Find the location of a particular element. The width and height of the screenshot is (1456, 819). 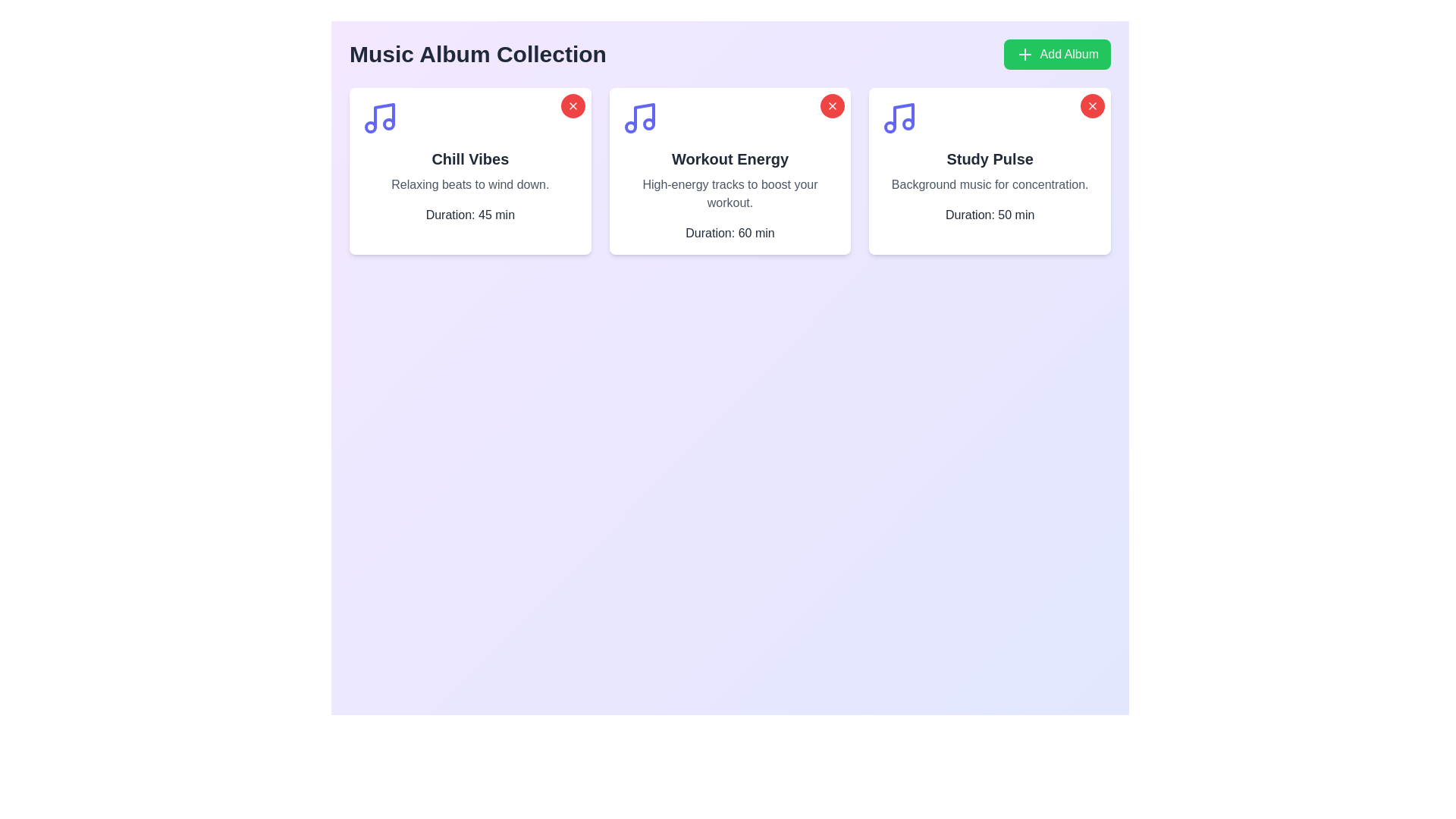

the vibrant indigo music note icon located at the top-left corner of the 'Workout Energy' card, which is prominently above the album title is located at coordinates (639, 117).